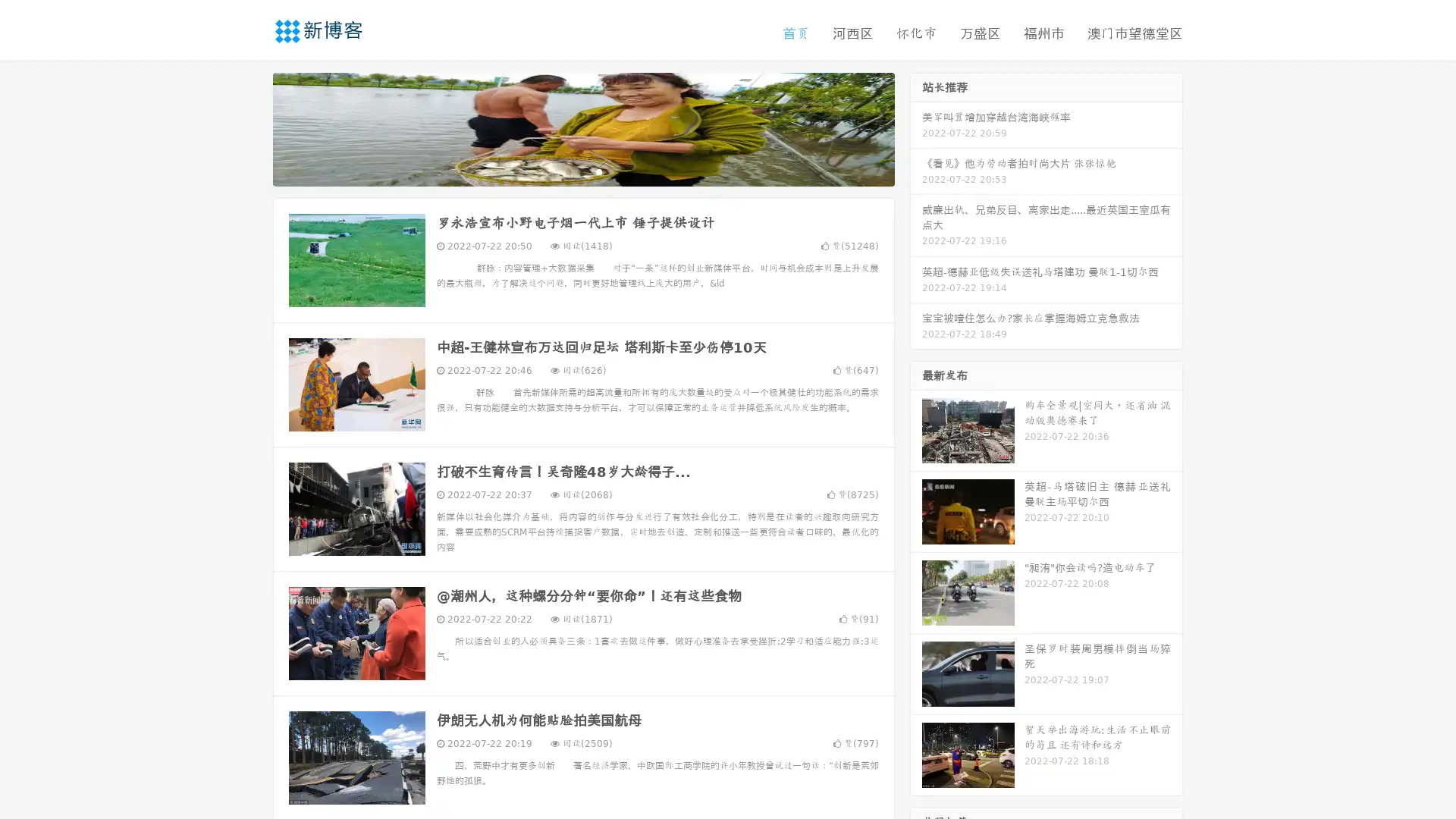  Describe the element at coordinates (582, 171) in the screenshot. I see `Go to slide 2` at that location.